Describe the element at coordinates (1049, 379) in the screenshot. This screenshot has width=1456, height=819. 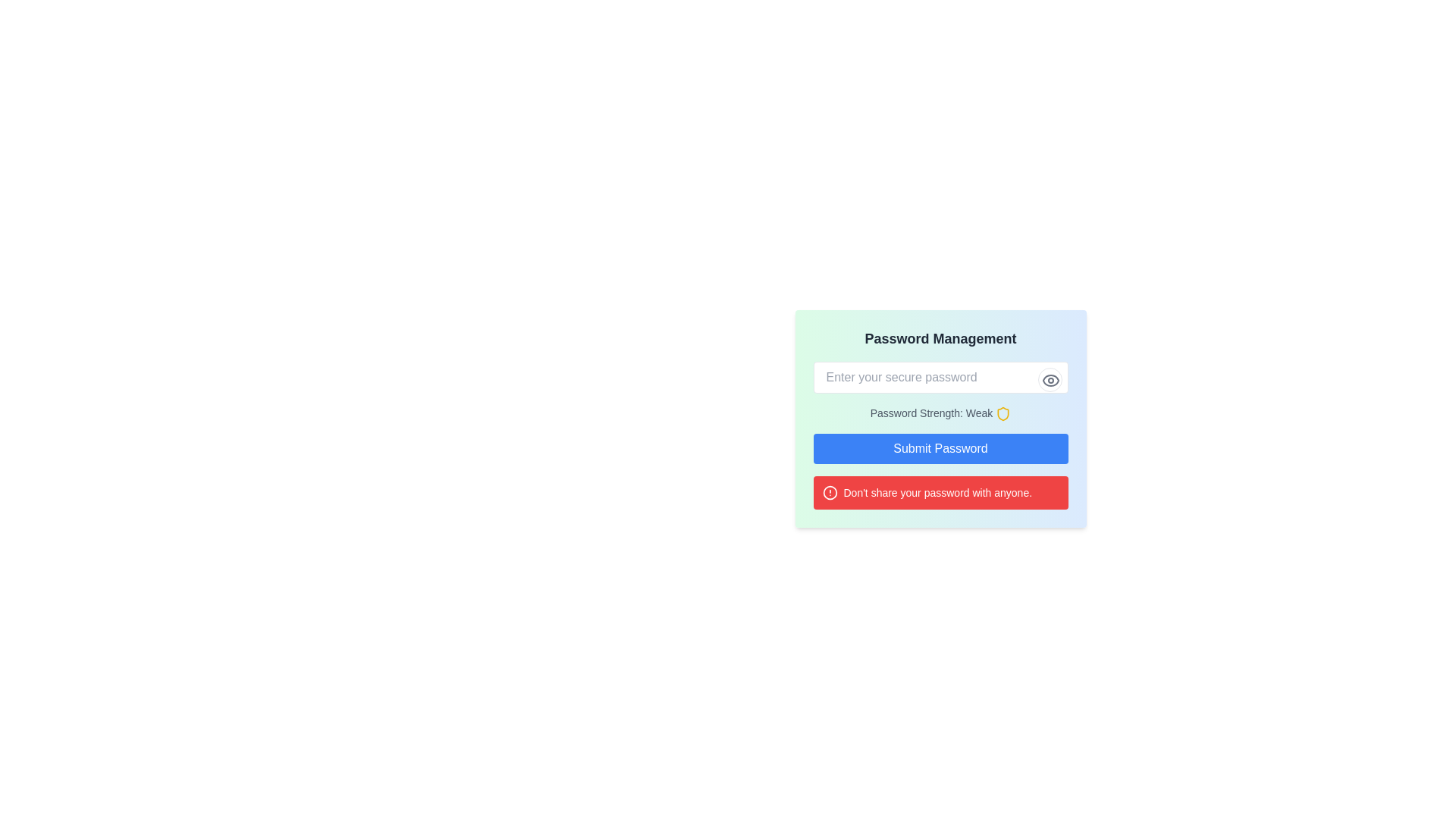
I see `the circular button with a white background and gray border that contains a gray eye icon, positioned at the top-right corner near the password input field to observe any hover effects` at that location.